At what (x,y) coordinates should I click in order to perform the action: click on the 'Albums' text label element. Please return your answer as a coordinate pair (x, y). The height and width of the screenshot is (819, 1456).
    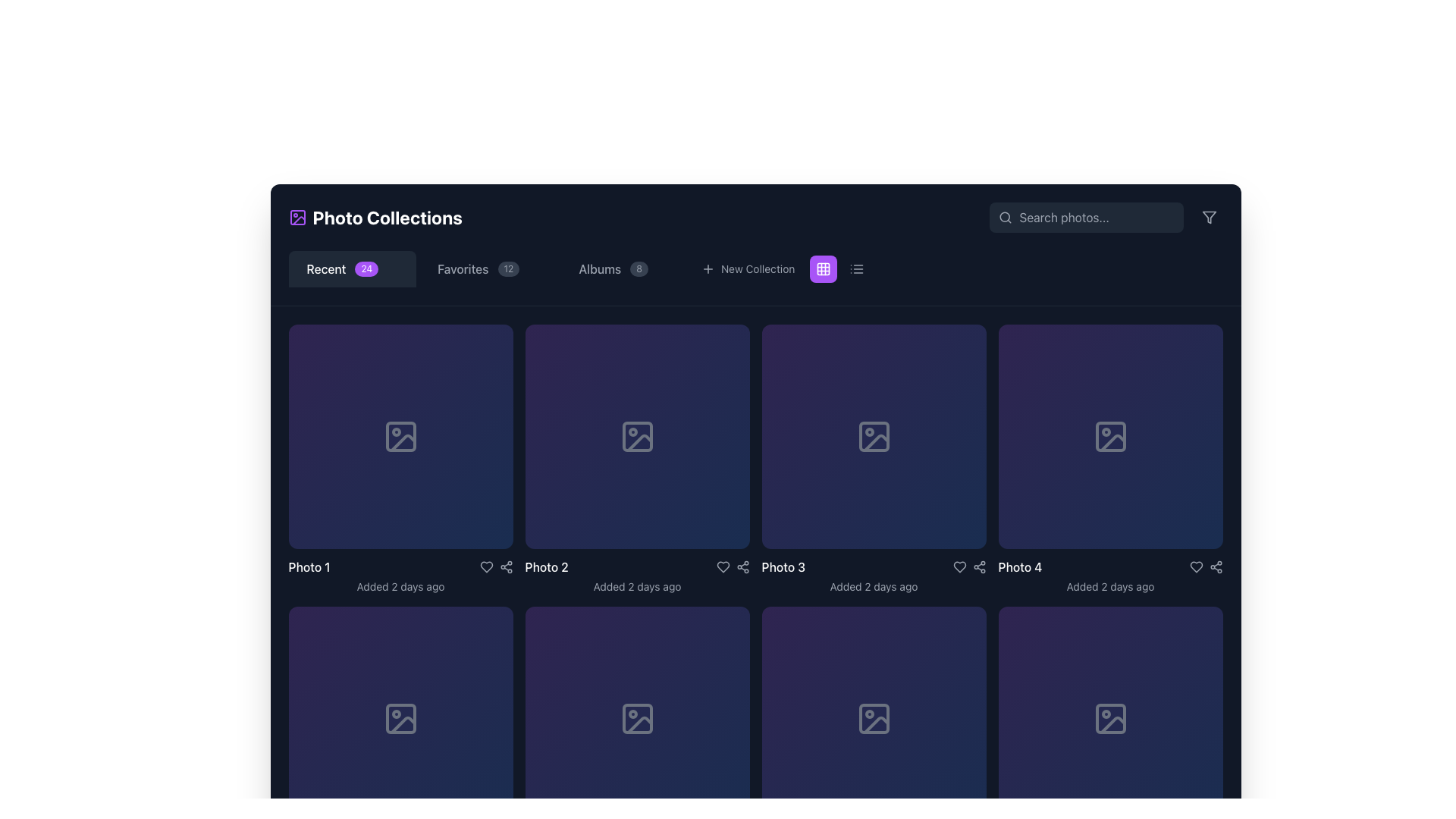
    Looking at the image, I should click on (599, 268).